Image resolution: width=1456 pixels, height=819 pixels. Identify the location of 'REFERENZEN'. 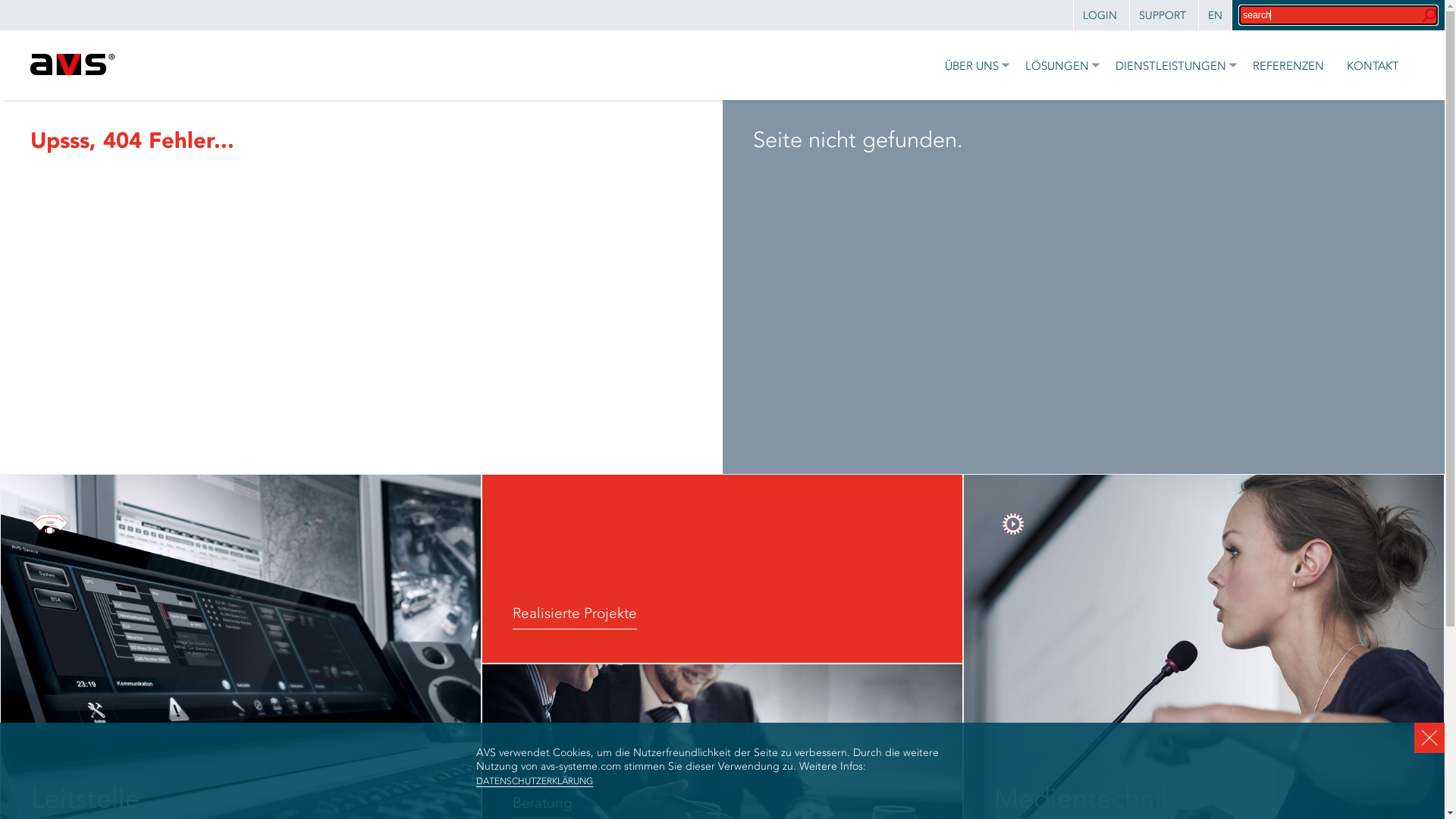
(1284, 64).